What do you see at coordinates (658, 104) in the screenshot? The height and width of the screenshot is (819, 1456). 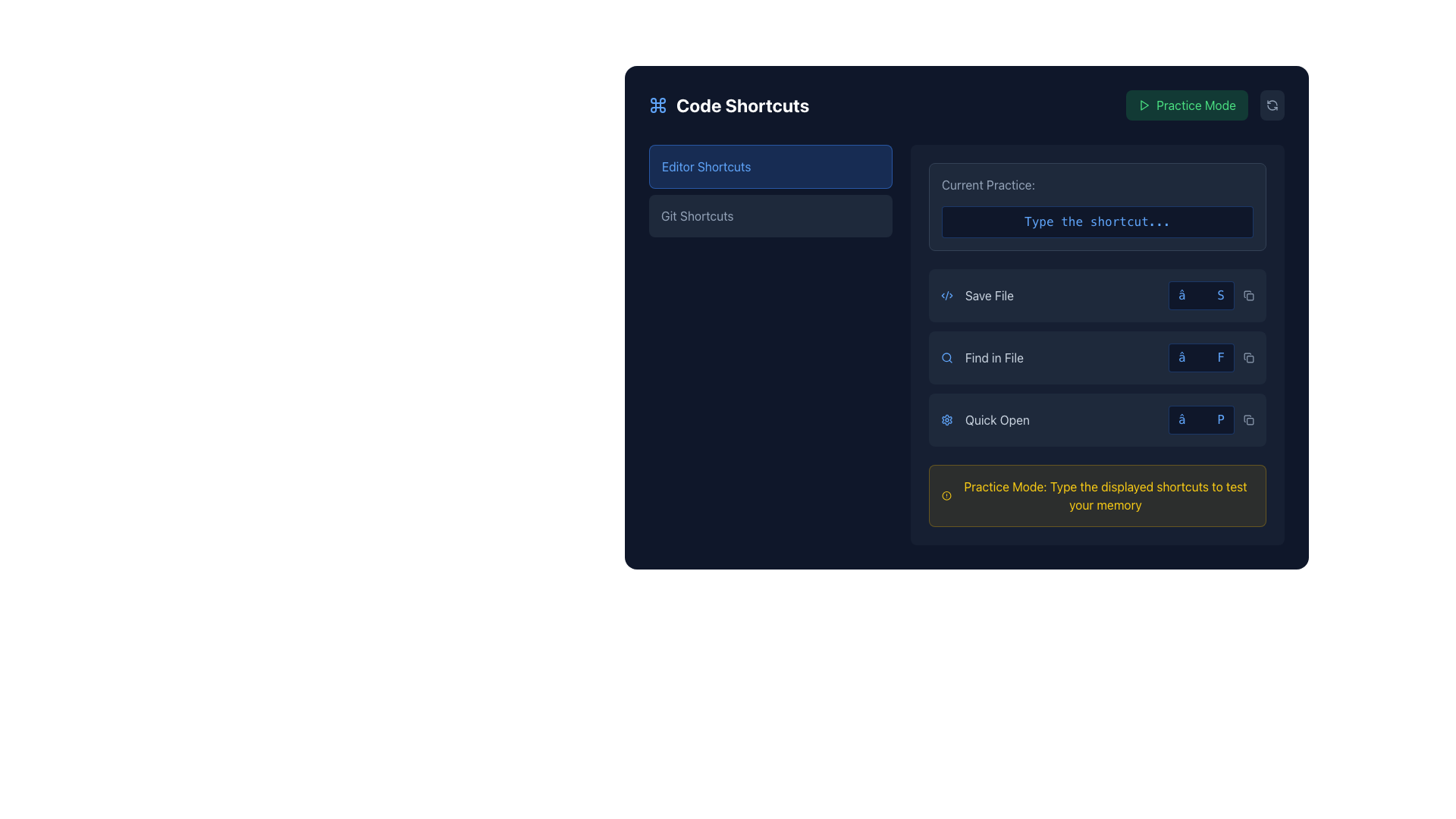 I see `the light blue grid icon located near the upper-left corner of the interface, adjacent to the 'Code Shortcuts' title` at bounding box center [658, 104].